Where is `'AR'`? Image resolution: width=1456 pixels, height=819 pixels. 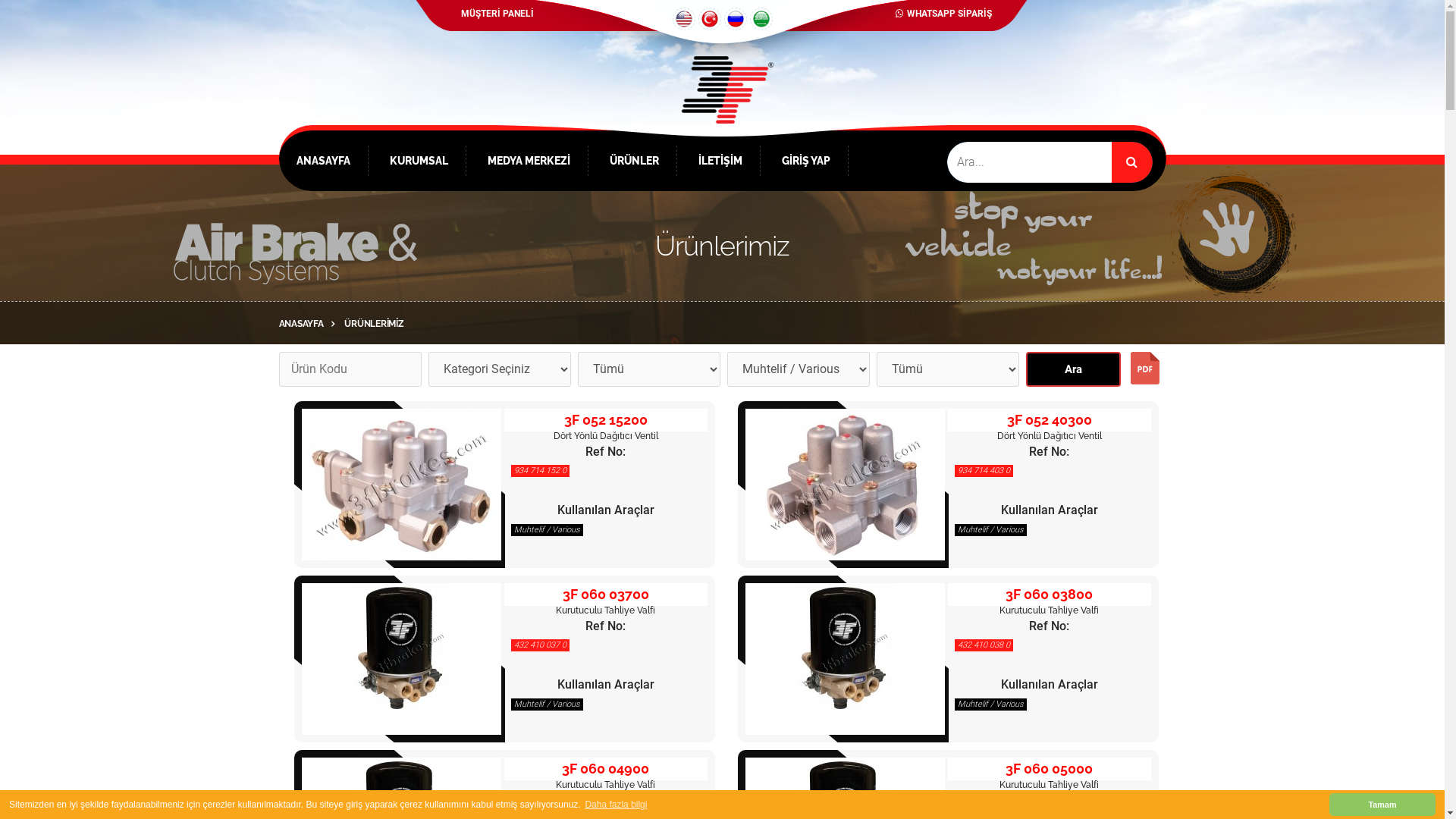 'AR' is located at coordinates (761, 18).